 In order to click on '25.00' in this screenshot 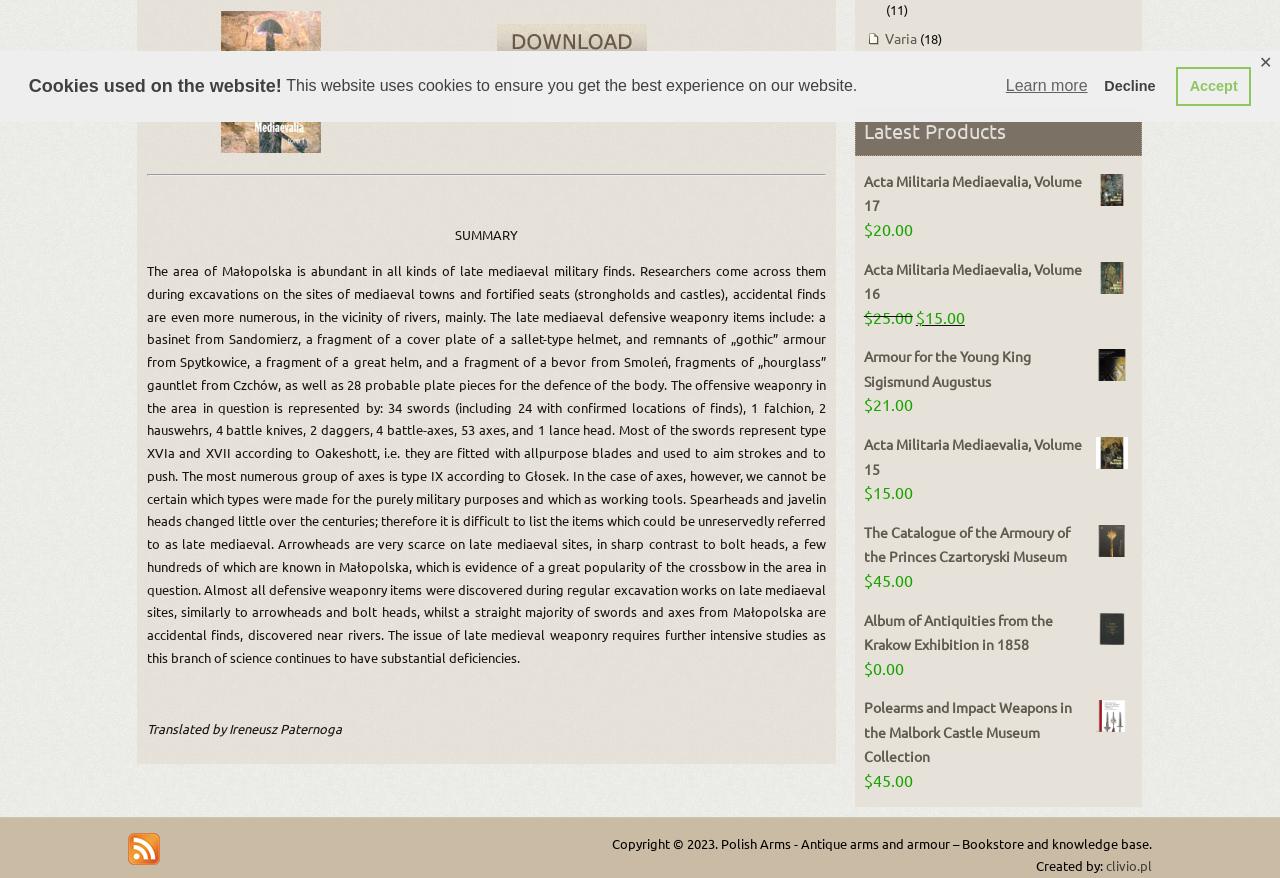, I will do `click(891, 315)`.